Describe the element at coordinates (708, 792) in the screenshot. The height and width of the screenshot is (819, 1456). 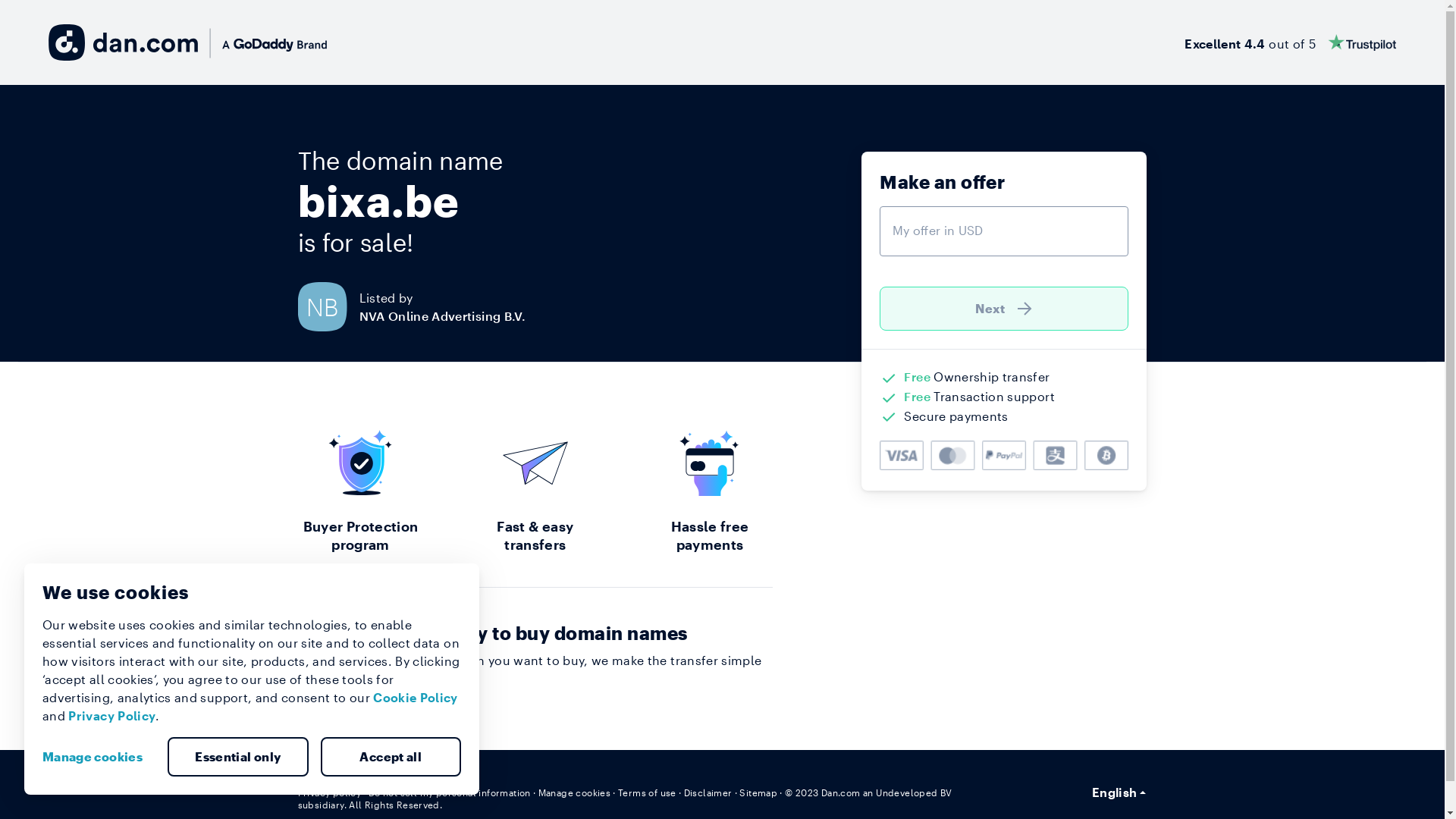
I see `'Disclaimer'` at that location.